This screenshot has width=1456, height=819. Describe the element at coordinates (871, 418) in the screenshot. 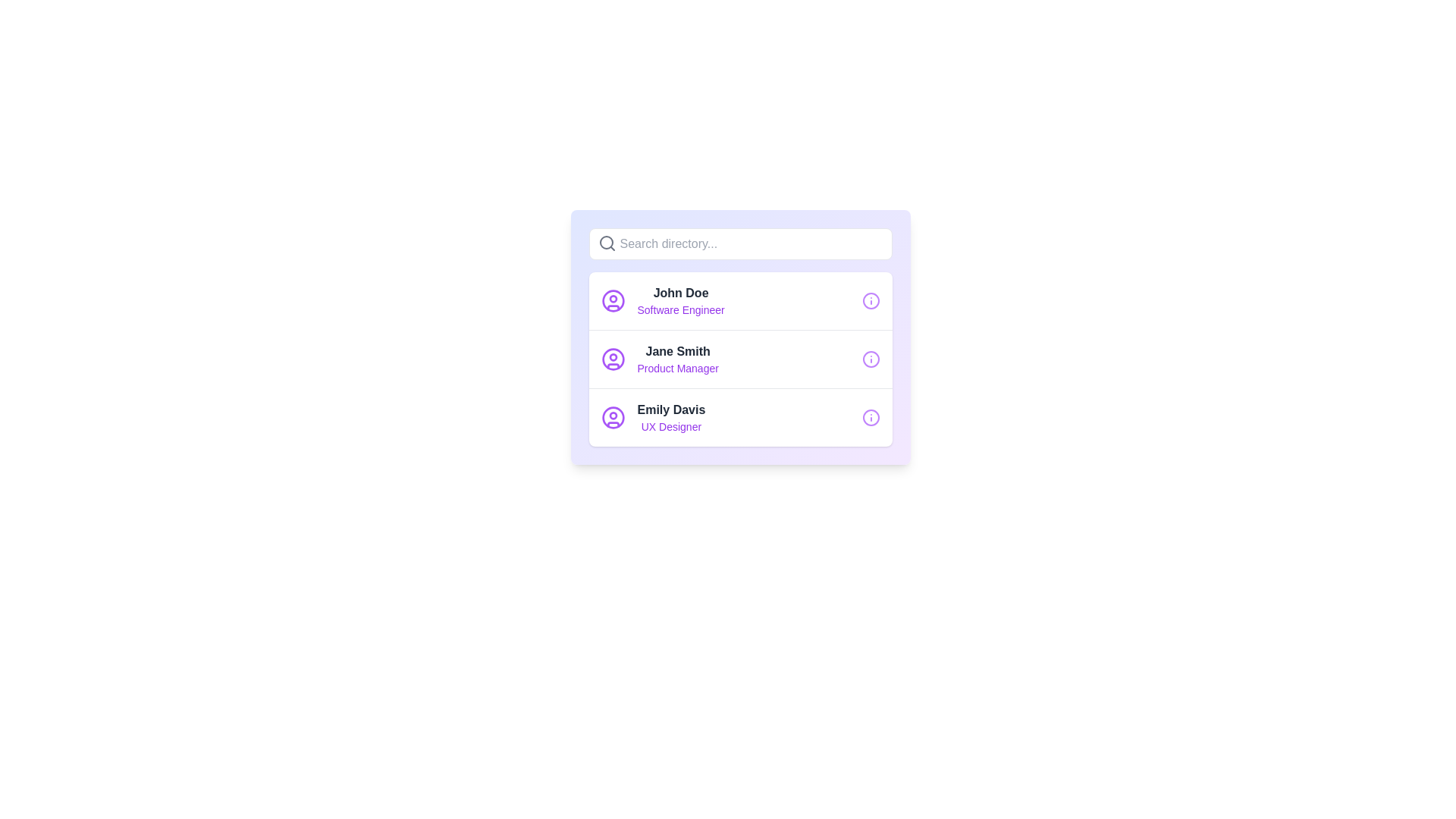

I see `the info icon with a purple circular outline located to the right of 'UX Designer' in the profile entry for 'Emily Davis - UX Designer'` at that location.